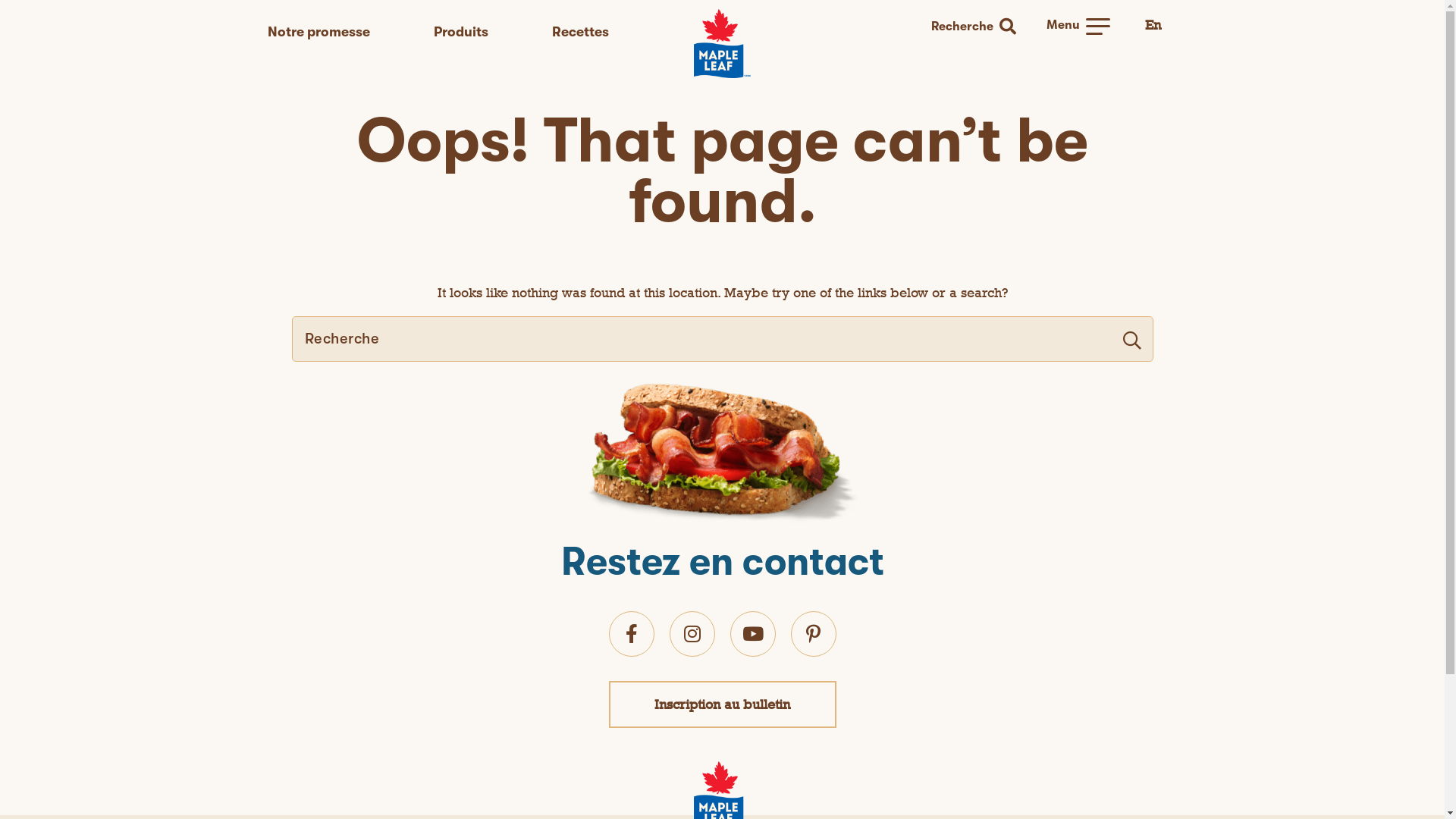 Image resolution: width=1456 pixels, height=819 pixels. What do you see at coordinates (721, 704) in the screenshot?
I see `'Inscription au bulletin'` at bounding box center [721, 704].